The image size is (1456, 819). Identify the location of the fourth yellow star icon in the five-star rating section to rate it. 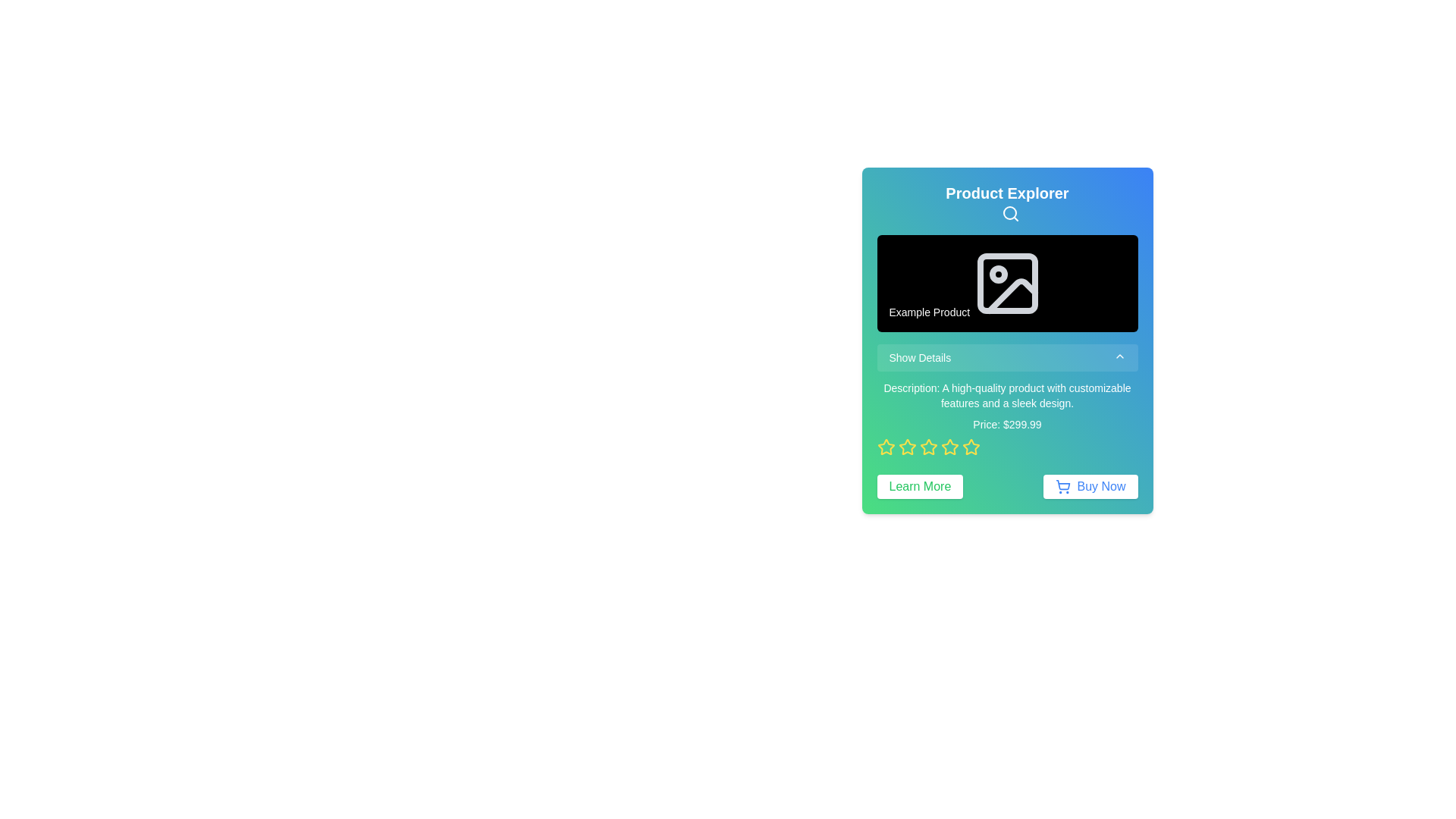
(971, 446).